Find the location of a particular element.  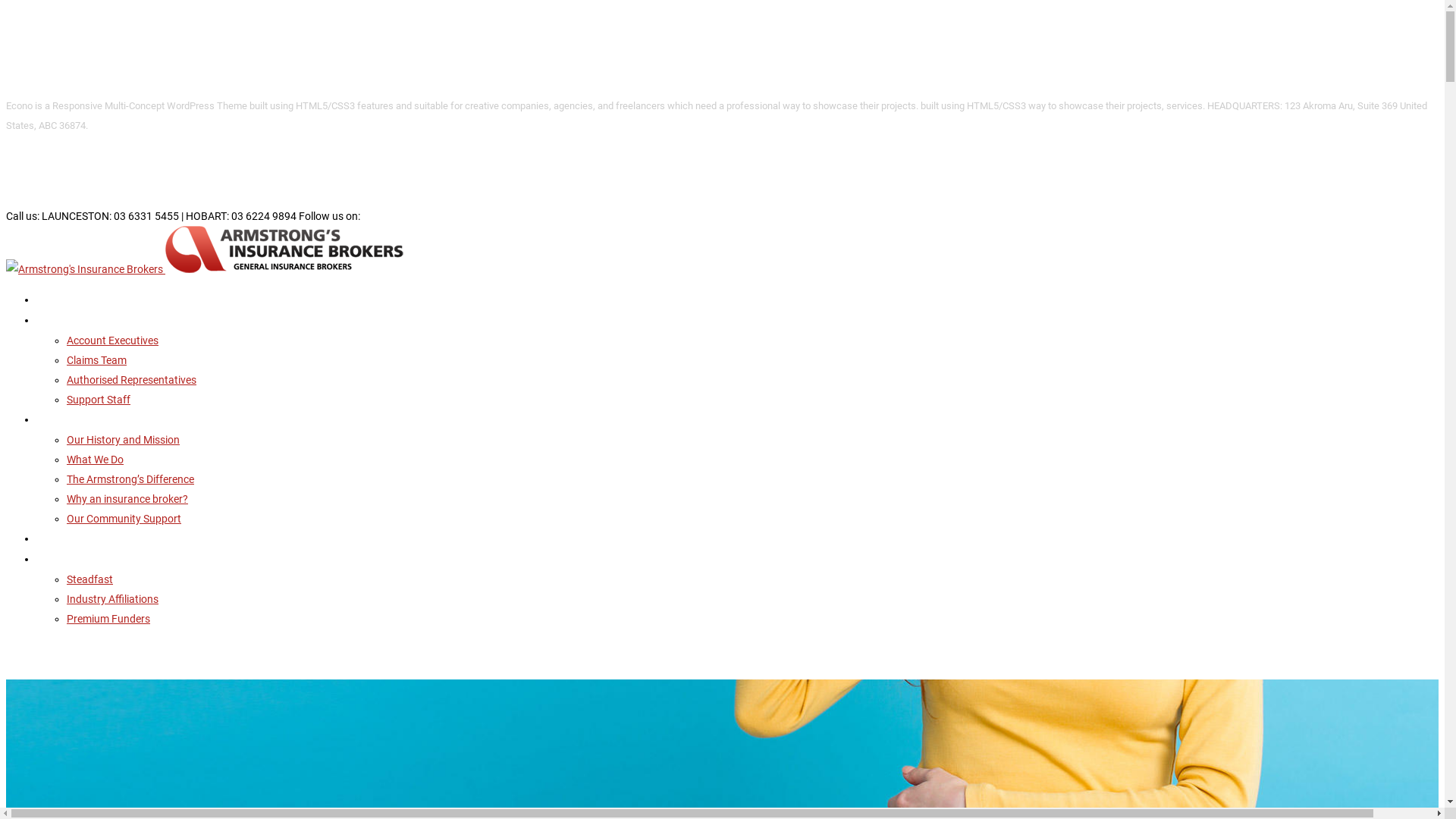

'Account Executives' is located at coordinates (111, 339).